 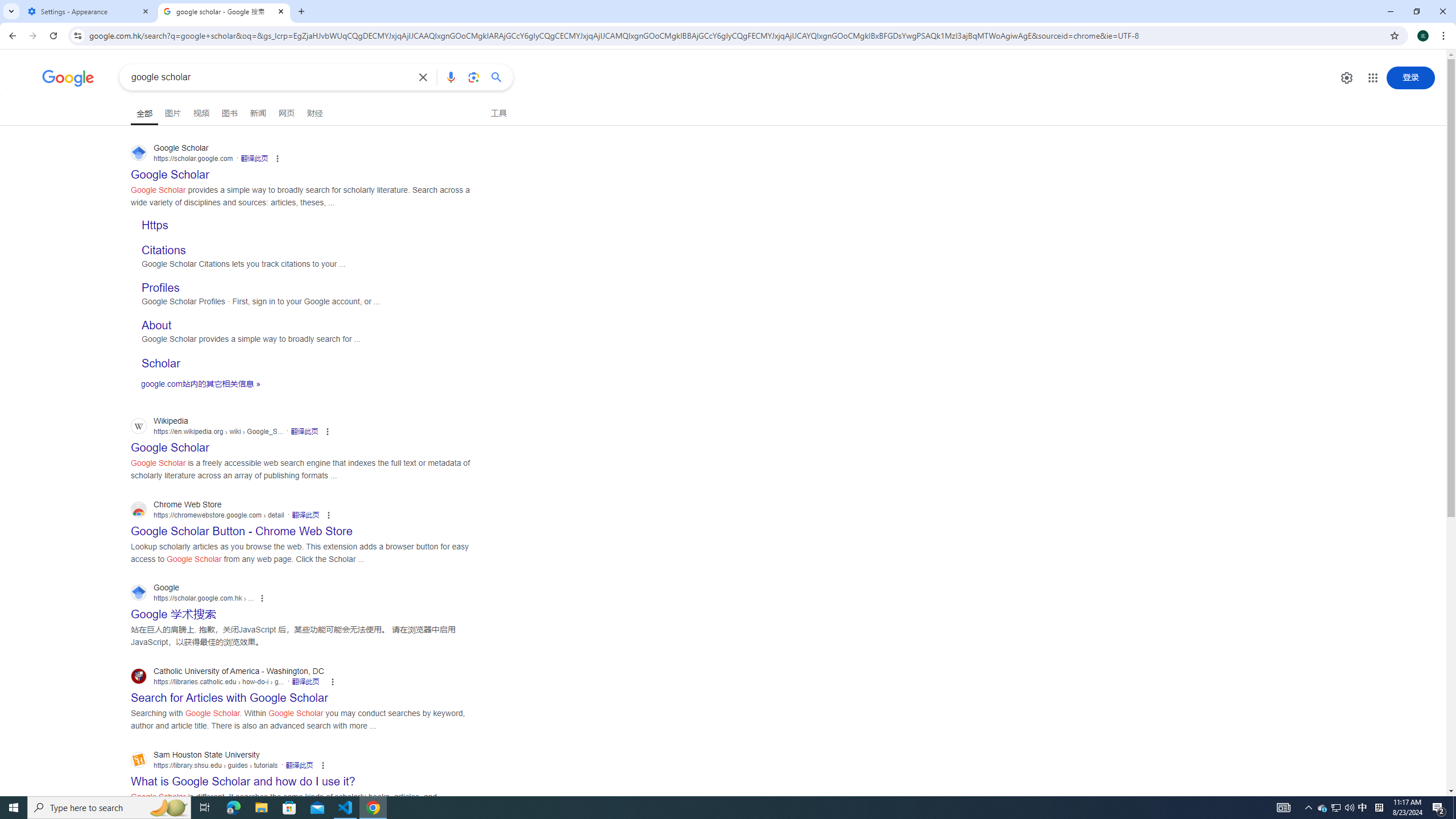 What do you see at coordinates (155, 225) in the screenshot?
I see `'Https'` at bounding box center [155, 225].